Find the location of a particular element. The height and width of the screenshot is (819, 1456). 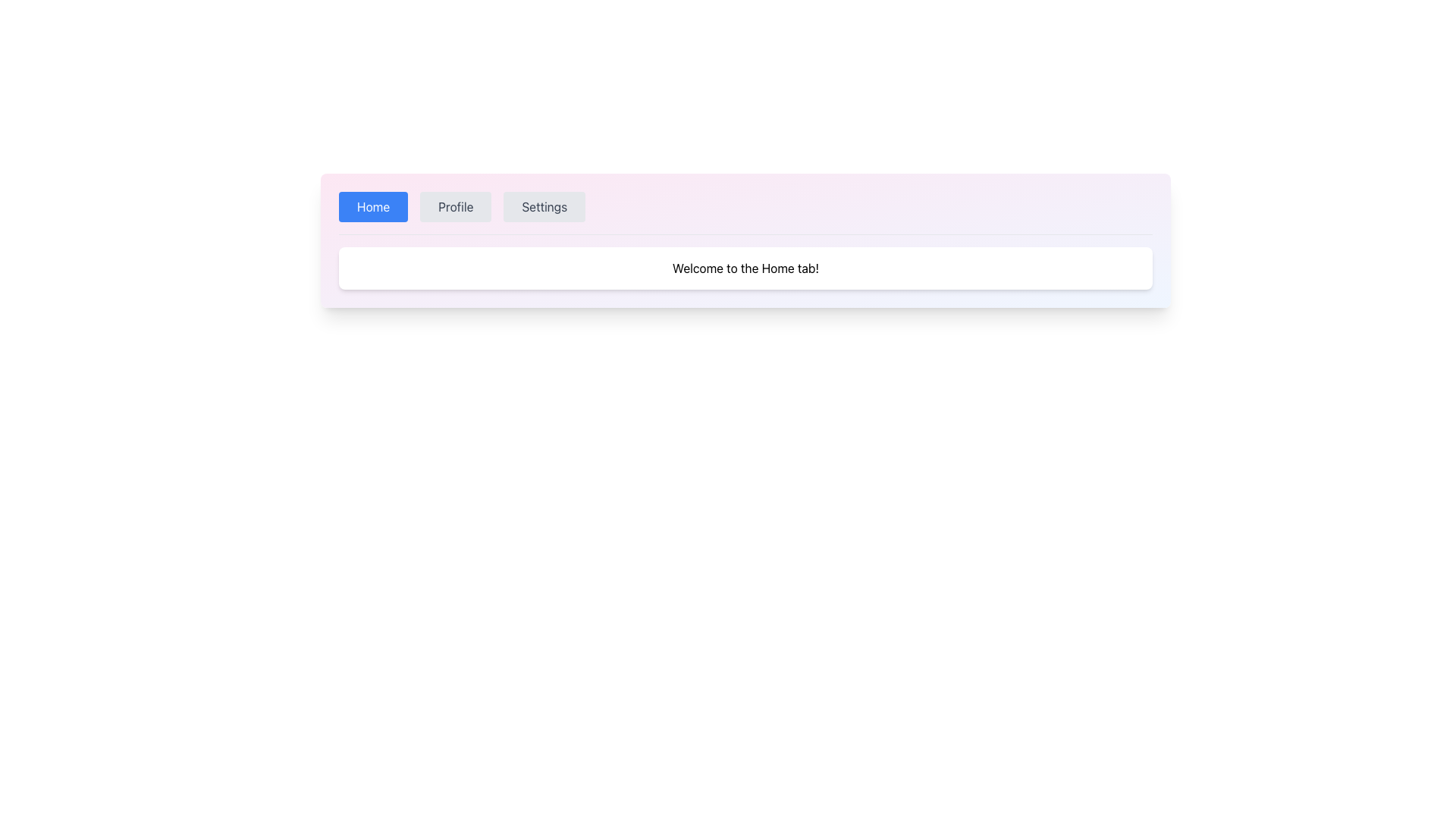

the 'Home' navigation button located at the left end of the navigation bar is located at coordinates (373, 207).